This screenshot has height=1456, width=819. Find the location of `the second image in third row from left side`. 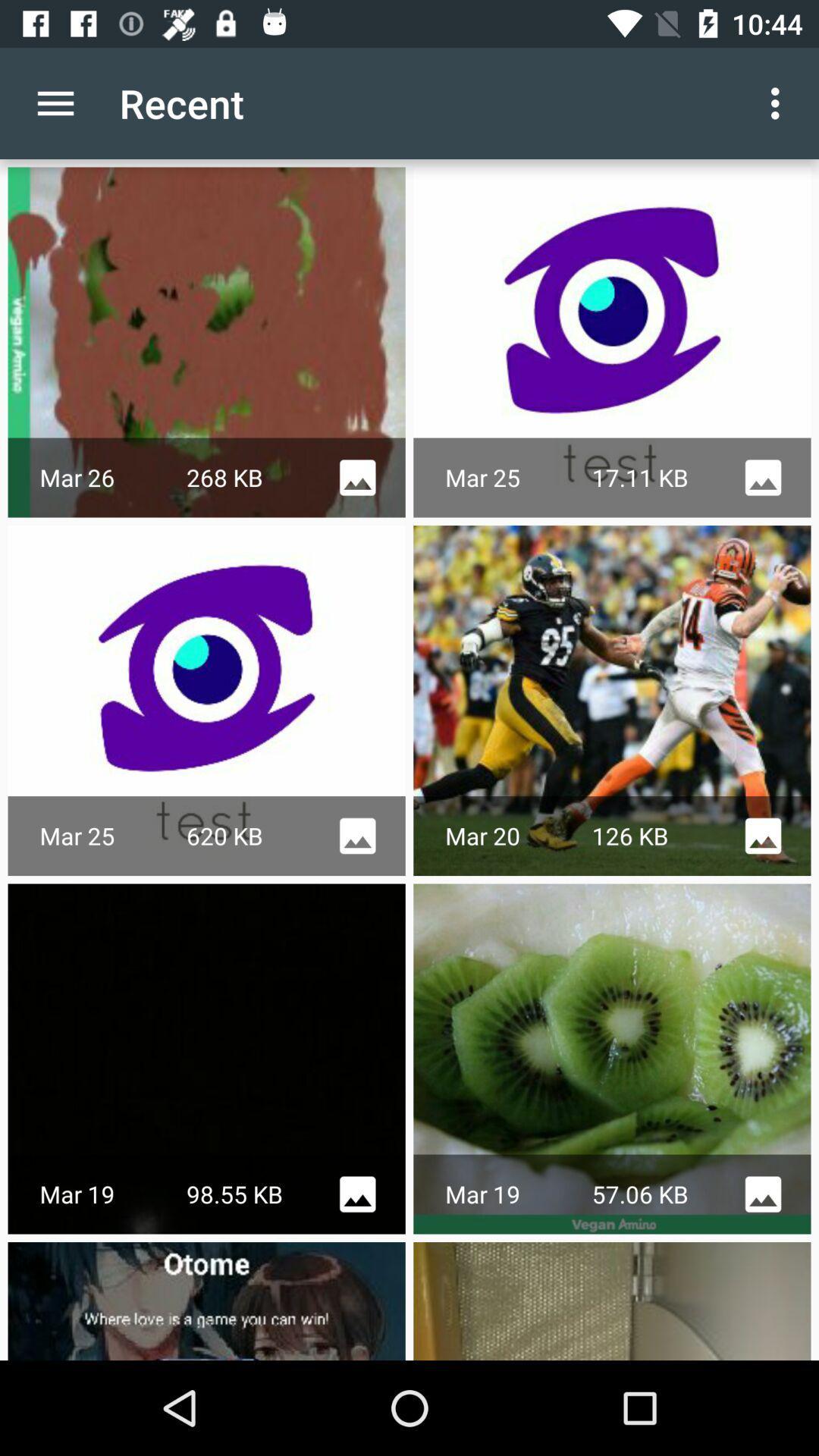

the second image in third row from left side is located at coordinates (611, 1058).